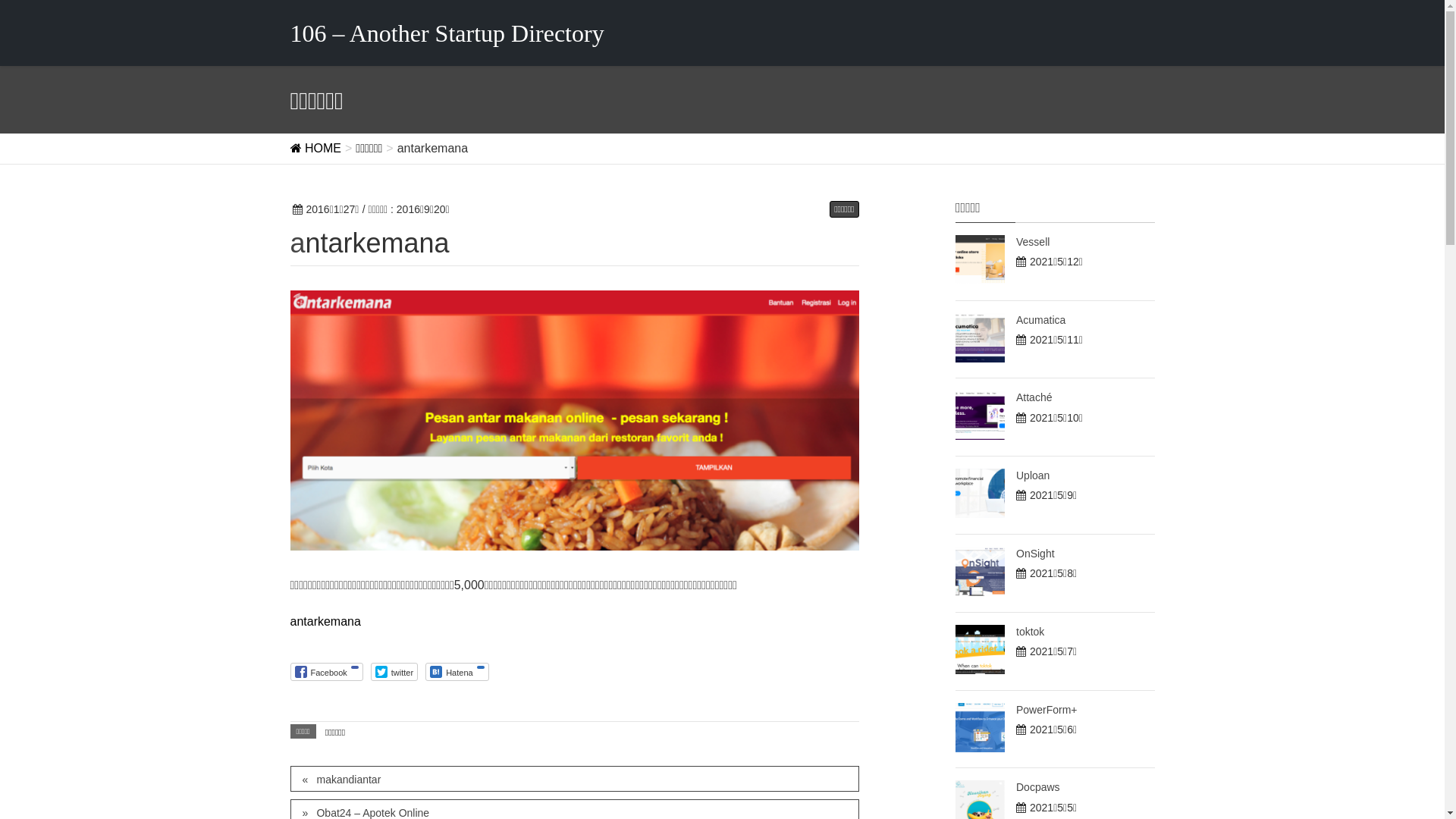 The height and width of the screenshot is (819, 1456). Describe the element at coordinates (325, 671) in the screenshot. I see `'Facebook'` at that location.